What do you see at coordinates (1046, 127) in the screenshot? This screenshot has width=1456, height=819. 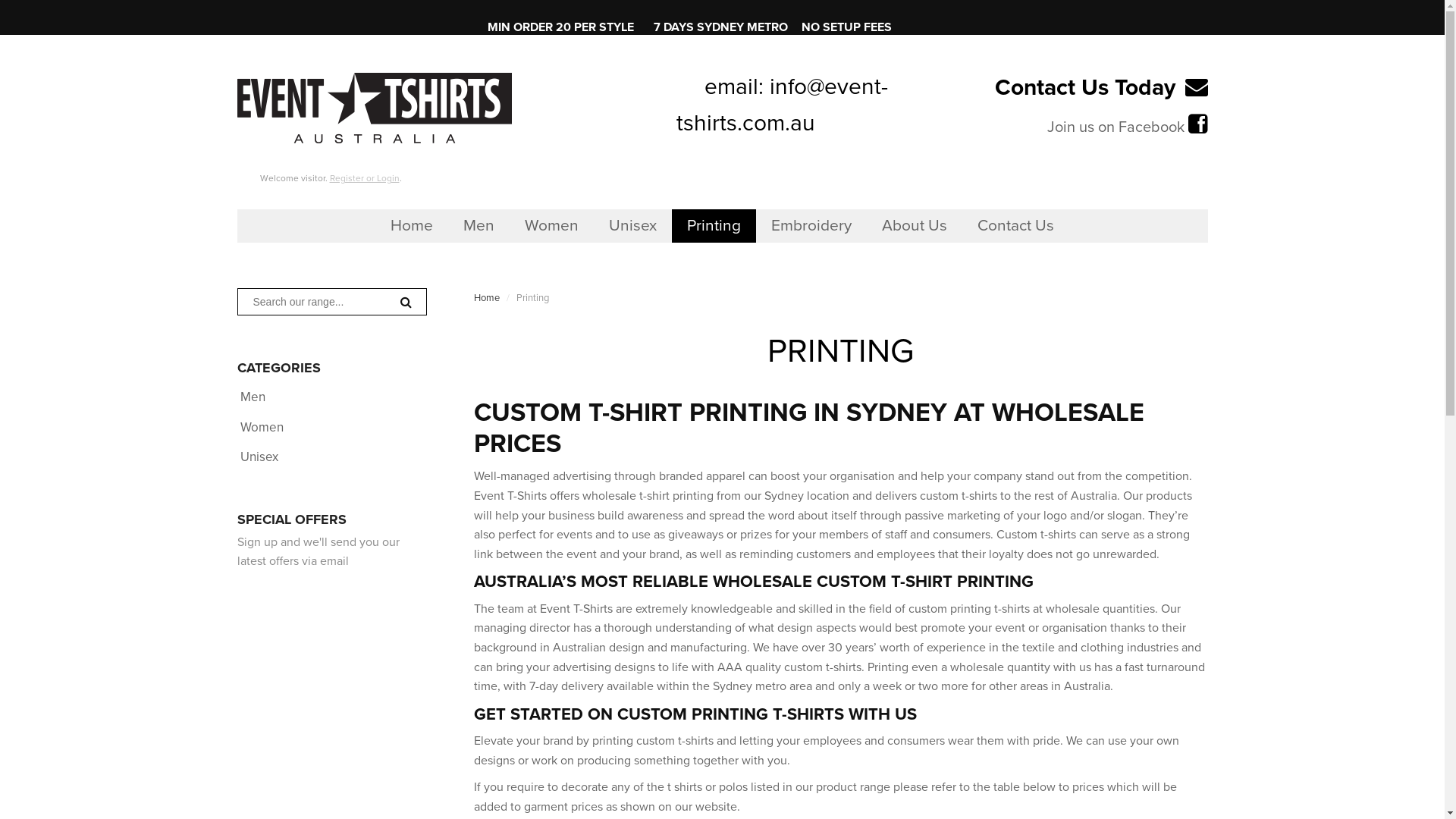 I see `'Join us on Facebook'` at bounding box center [1046, 127].